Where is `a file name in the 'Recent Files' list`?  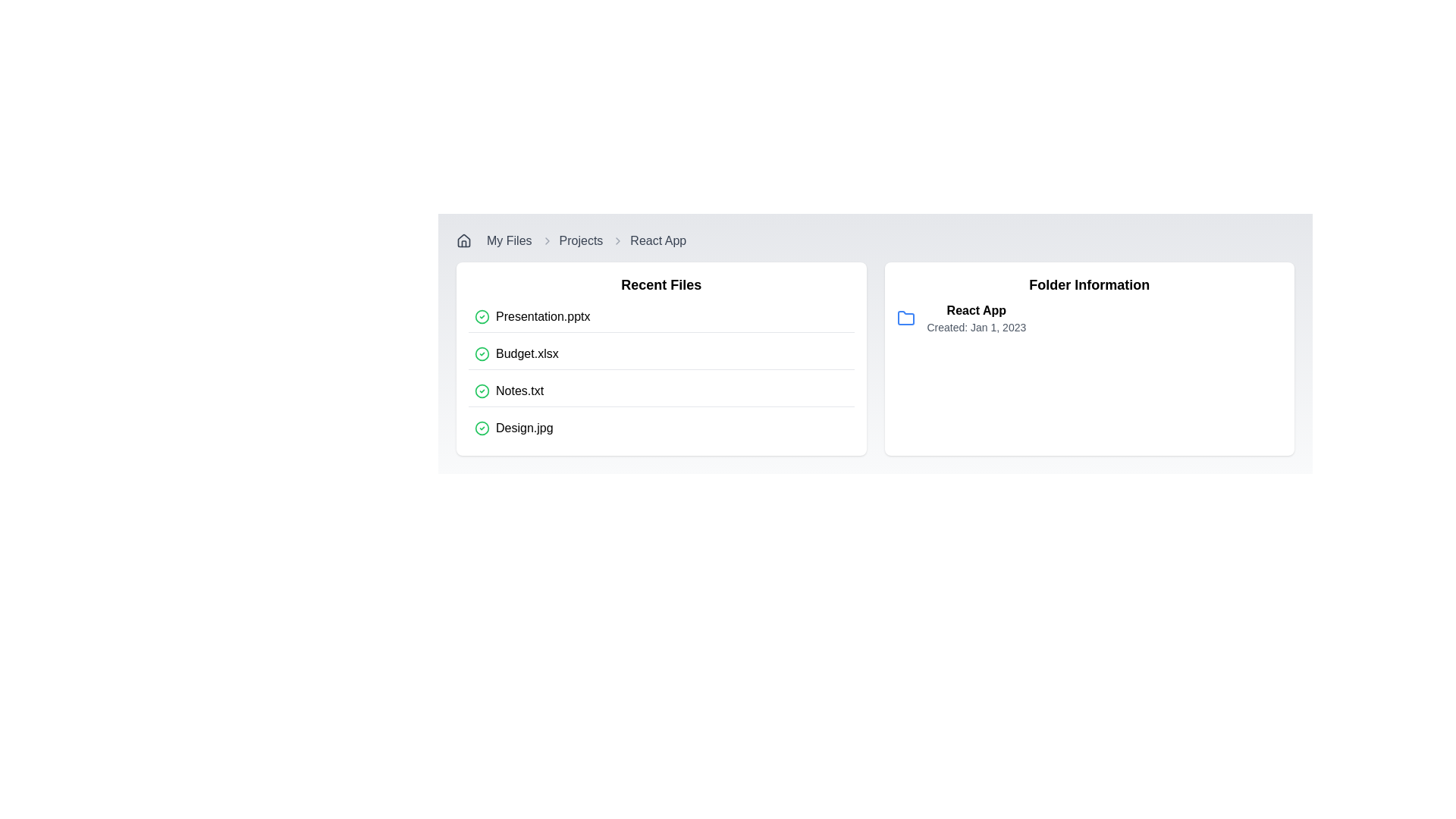 a file name in the 'Recent Files' list is located at coordinates (661, 372).